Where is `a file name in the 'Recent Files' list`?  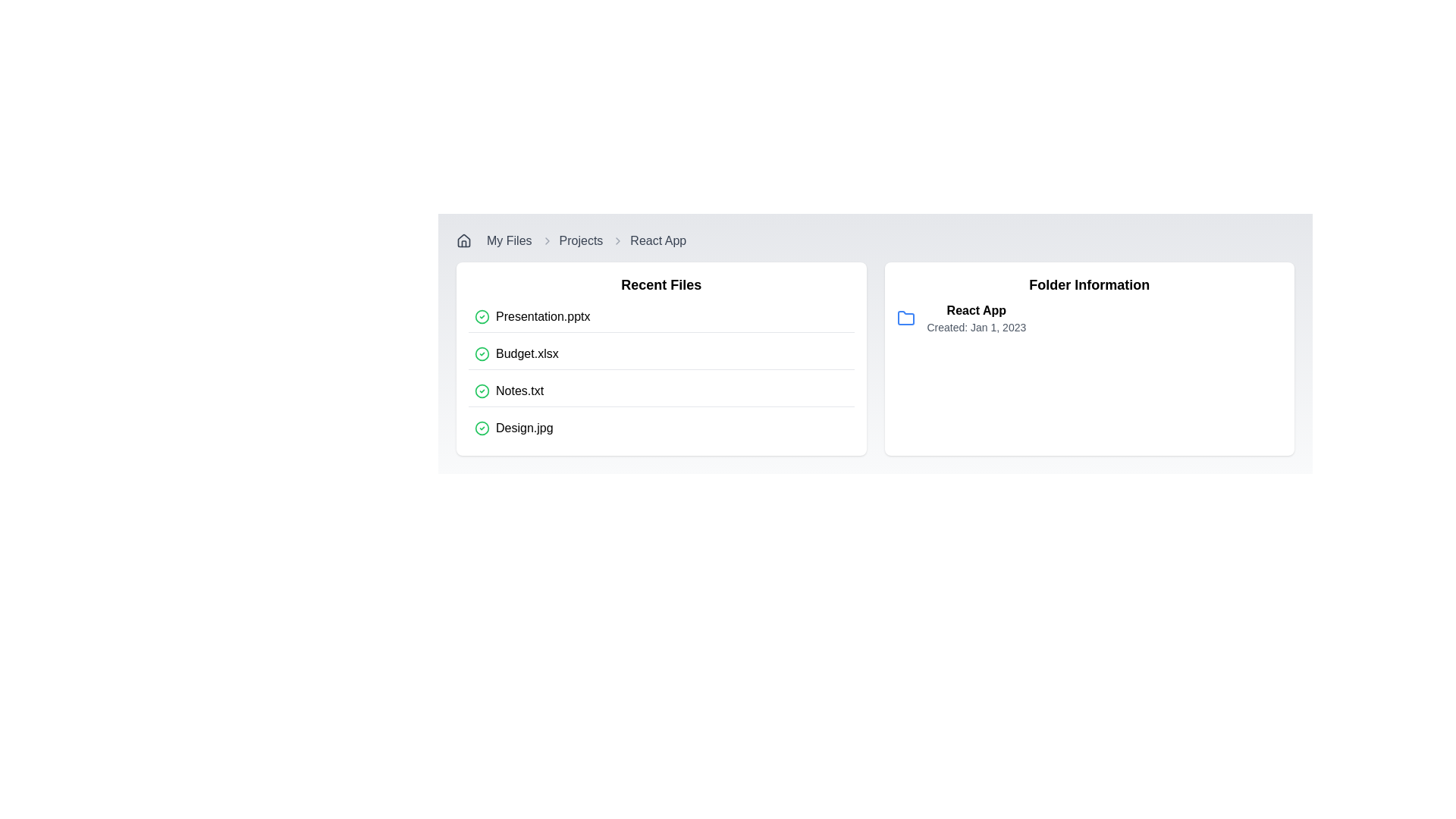 a file name in the 'Recent Files' list is located at coordinates (661, 372).